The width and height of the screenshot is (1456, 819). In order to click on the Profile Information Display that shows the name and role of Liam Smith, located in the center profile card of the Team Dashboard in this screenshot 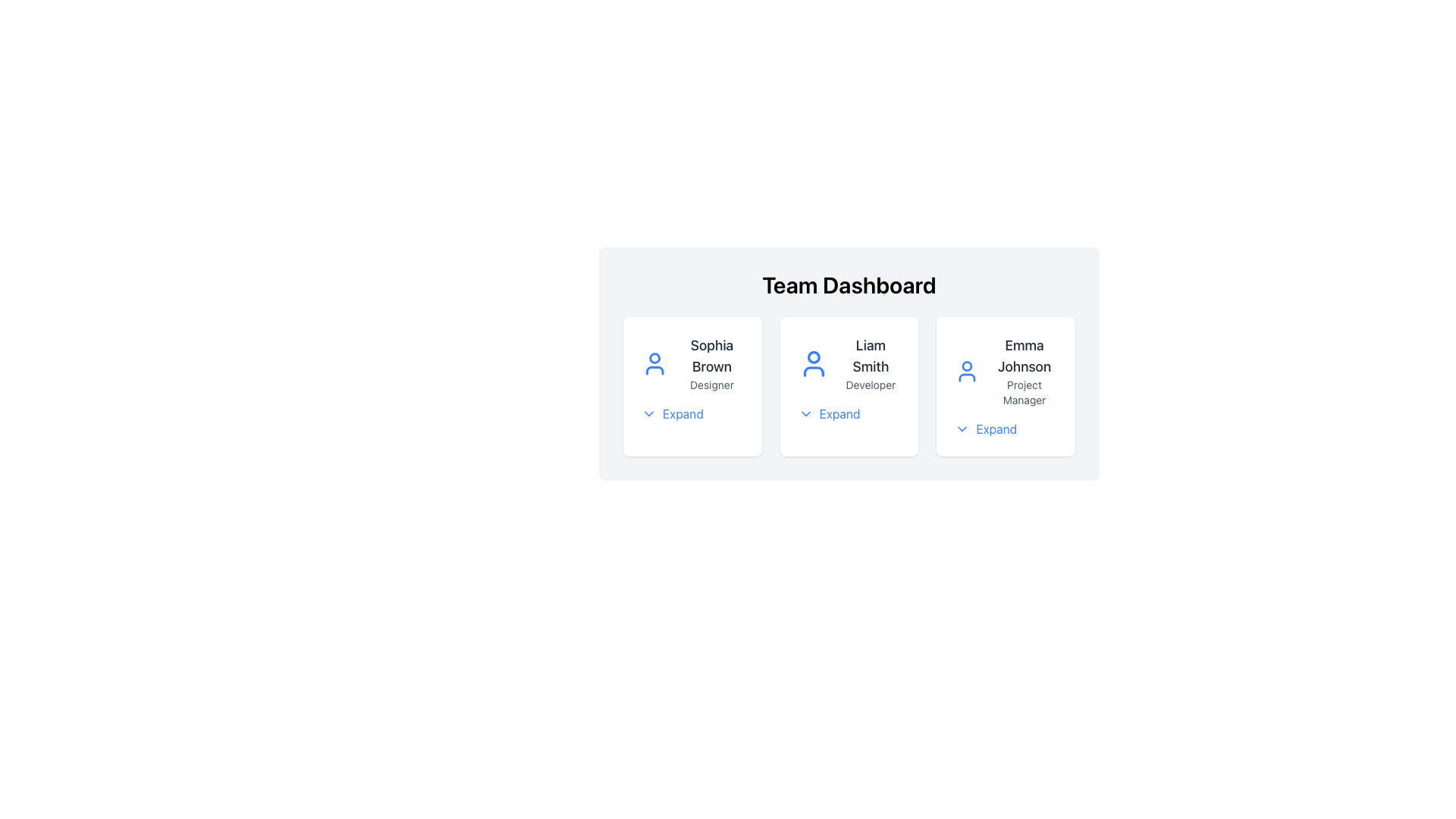, I will do `click(848, 363)`.